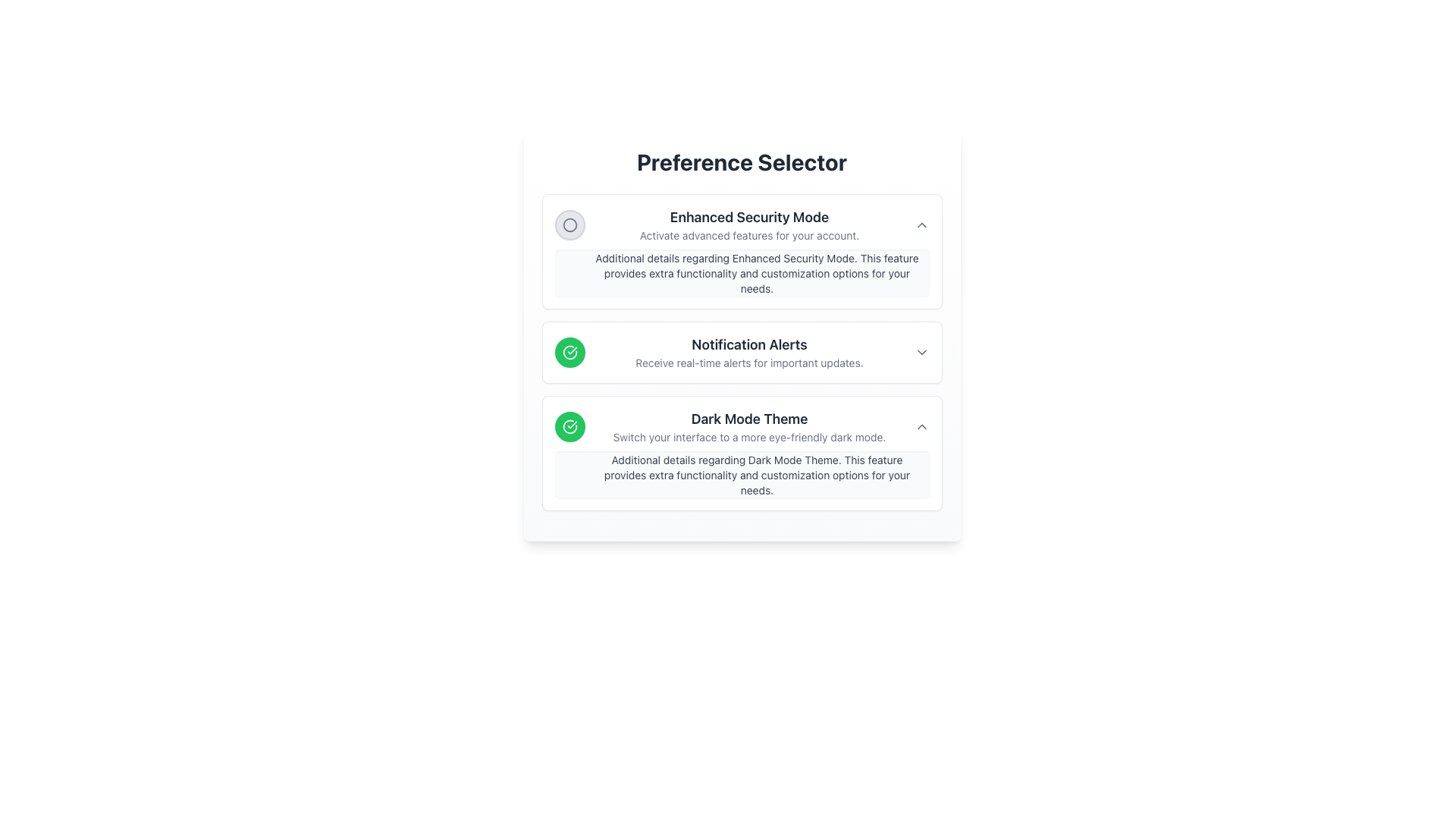 The width and height of the screenshot is (1456, 819). I want to click on the Text Label that provides contextual information for the 'Dark Mode Theme' setting, located under the 'Dark Mode Theme' heading as the second line of content, so click(749, 438).